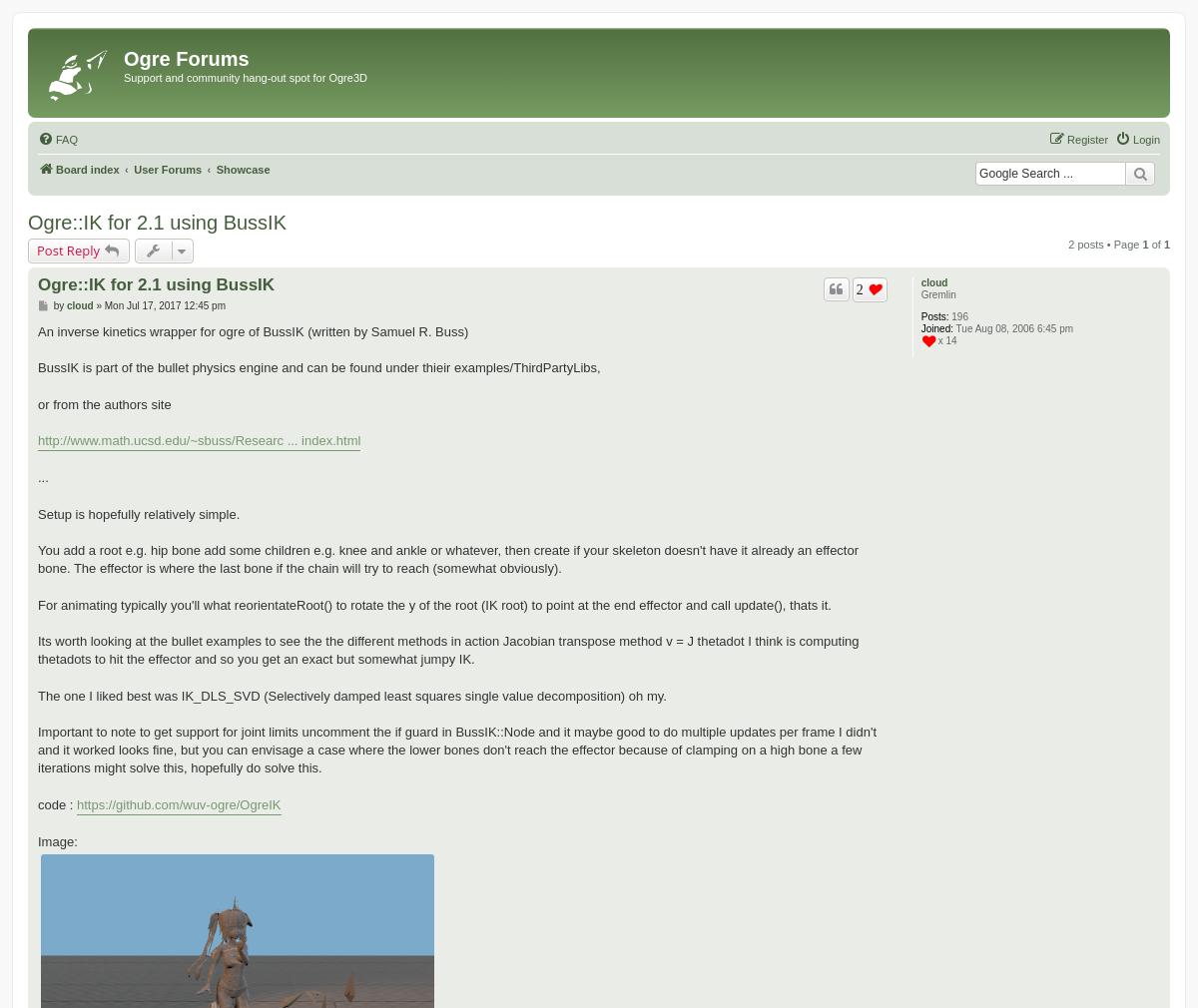 The height and width of the screenshot is (1008, 1198). What do you see at coordinates (434, 603) in the screenshot?
I see `'For animating typically you'll what reorientateRoot() to rotate the y of the root (IK root) to point at the end effector and call update(), thats it.'` at bounding box center [434, 603].